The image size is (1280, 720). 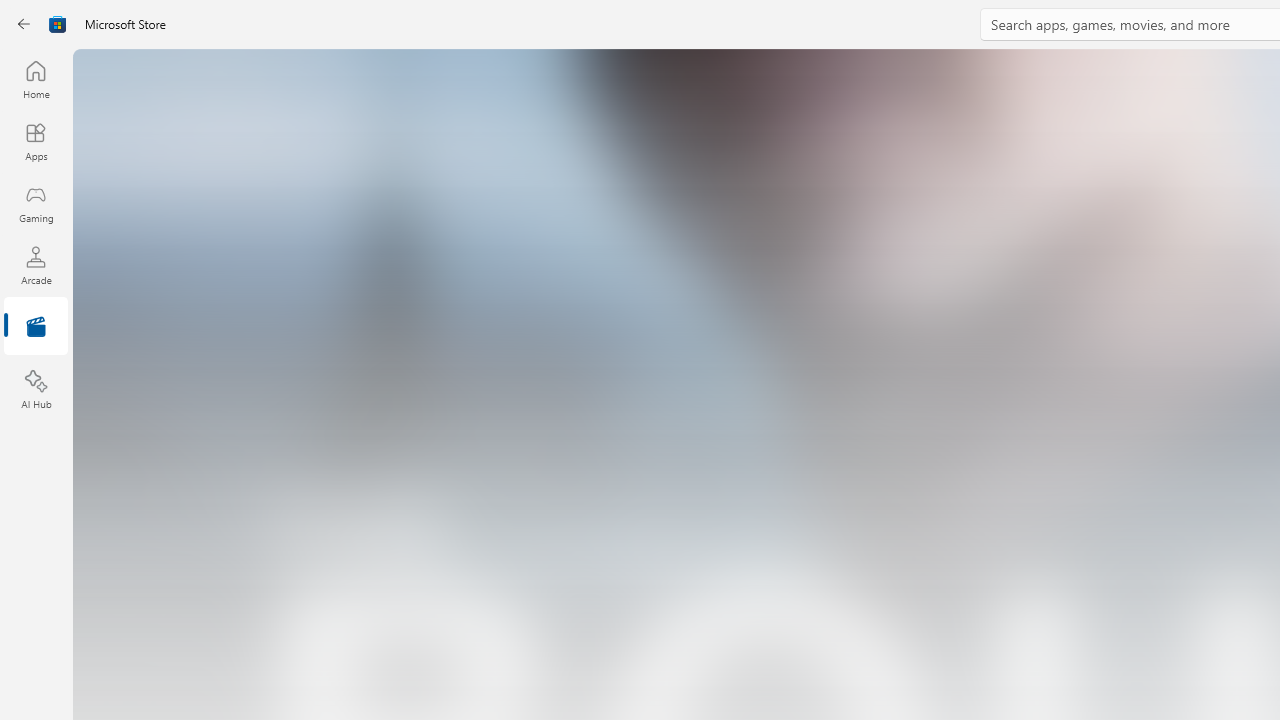 I want to click on 'Entertainment', so click(x=35, y=326).